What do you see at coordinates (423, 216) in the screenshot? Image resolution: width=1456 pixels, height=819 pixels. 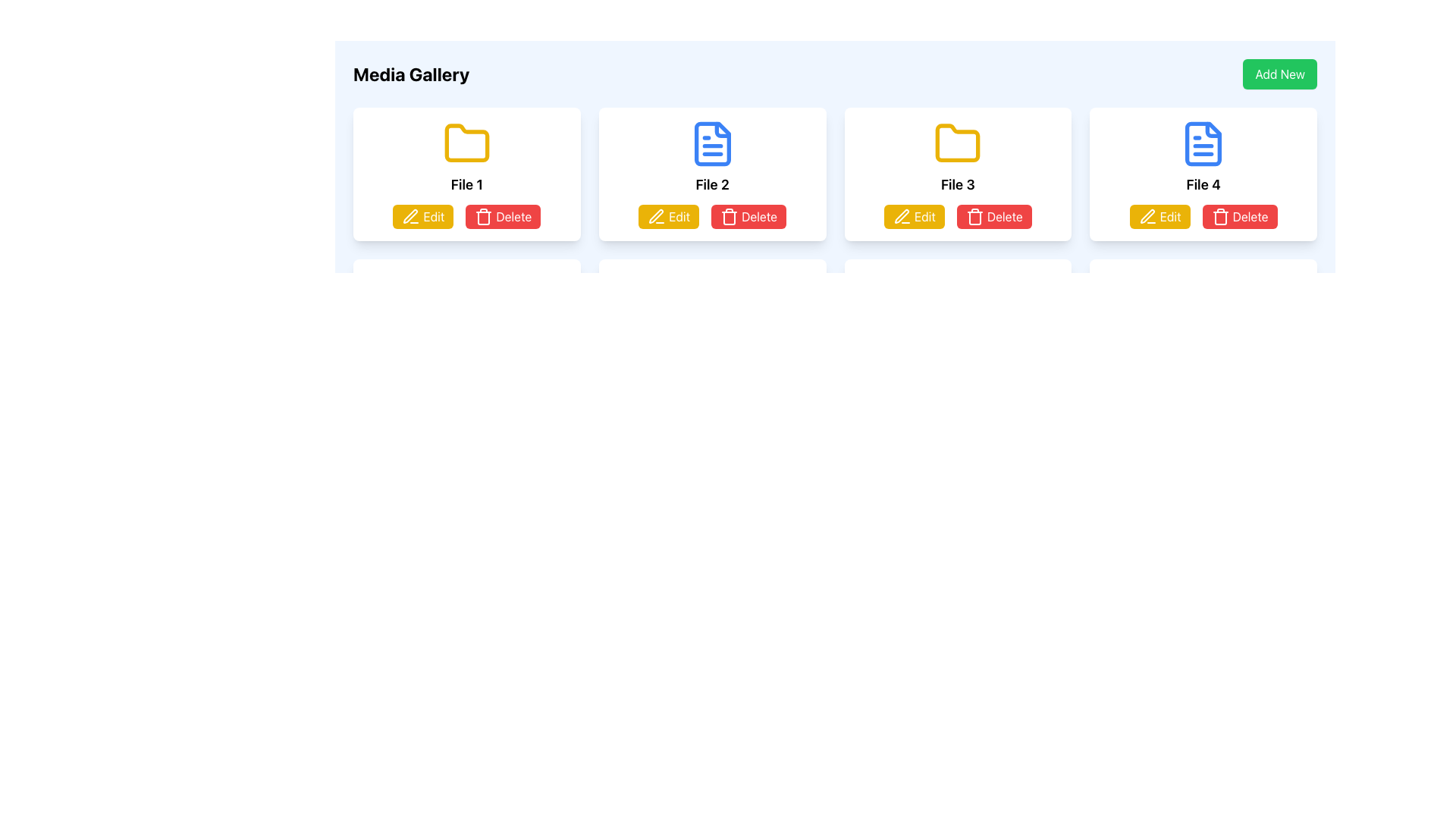 I see `the yellow 'Edit' button with rounded corners located under the 'File 1' card in the 'Media Gallery'` at bounding box center [423, 216].